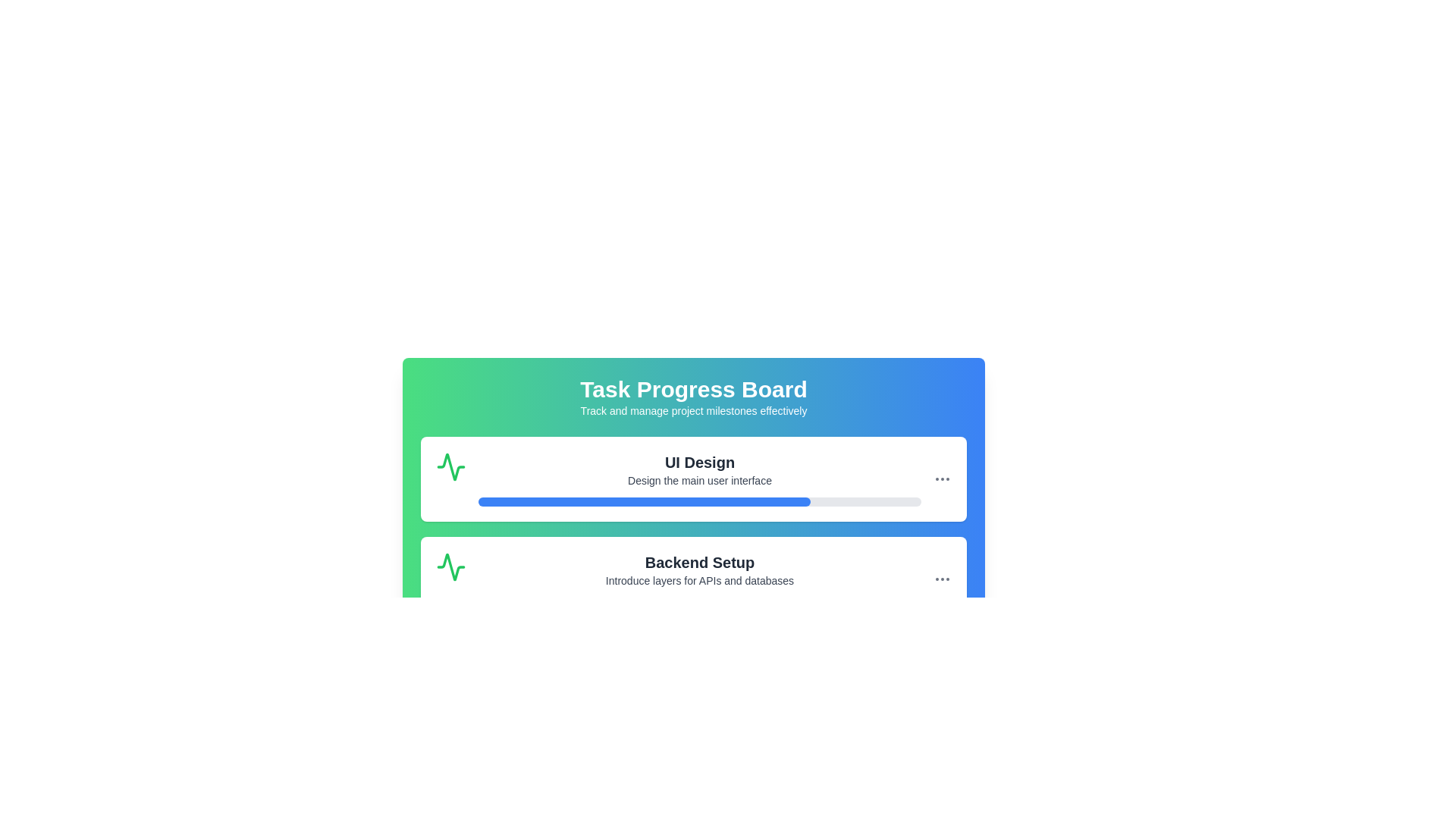 The image size is (1456, 819). Describe the element at coordinates (698, 562) in the screenshot. I see `the bolded text element displaying 'Backend Setup', which is prominently styled and located within the card below the 'UI Design' card` at that location.